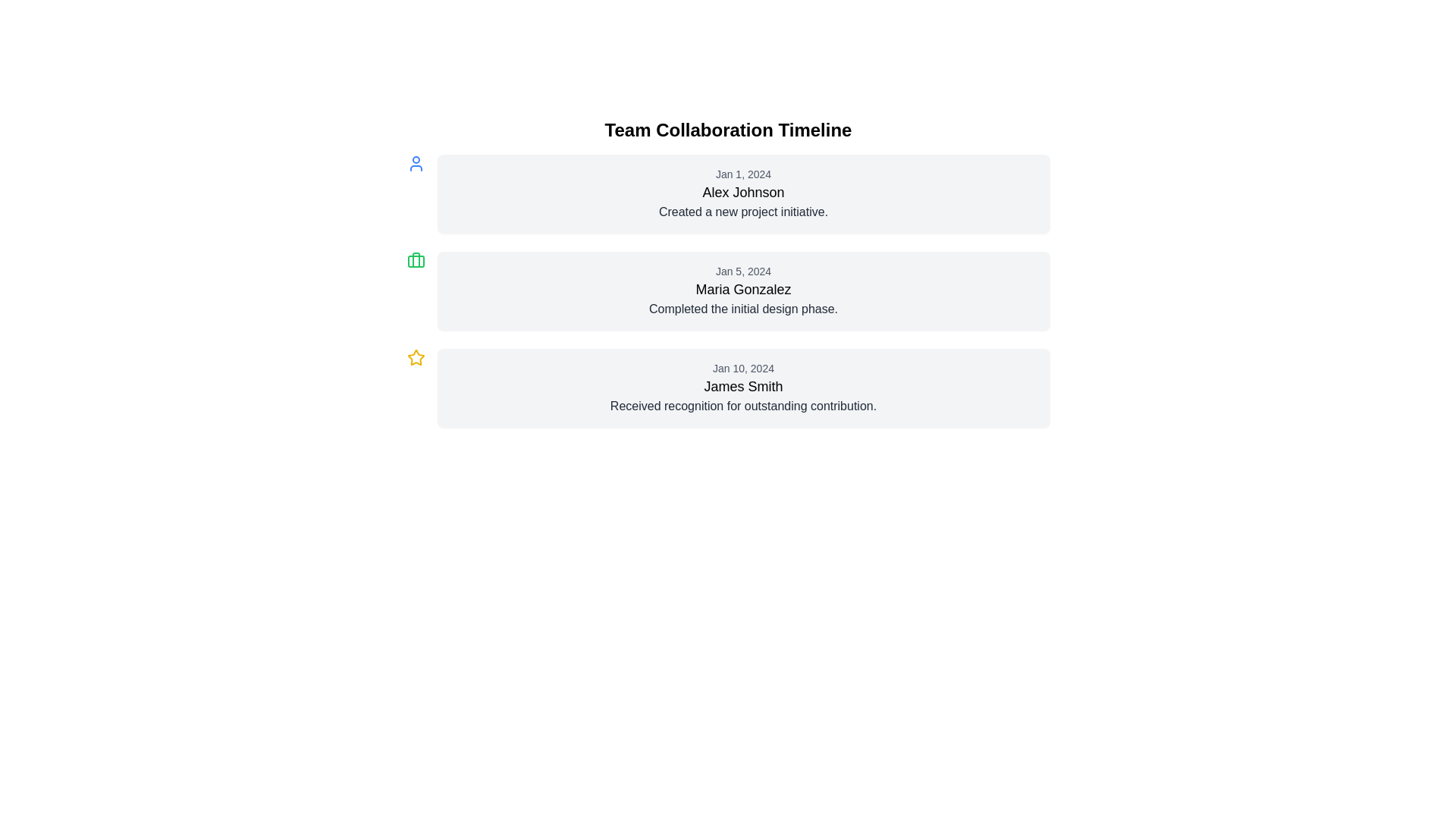 Image resolution: width=1456 pixels, height=819 pixels. Describe the element at coordinates (728, 271) in the screenshot. I see `an individual entry in the Team Collaboration Timeline, which displays updates on team contributions` at that location.